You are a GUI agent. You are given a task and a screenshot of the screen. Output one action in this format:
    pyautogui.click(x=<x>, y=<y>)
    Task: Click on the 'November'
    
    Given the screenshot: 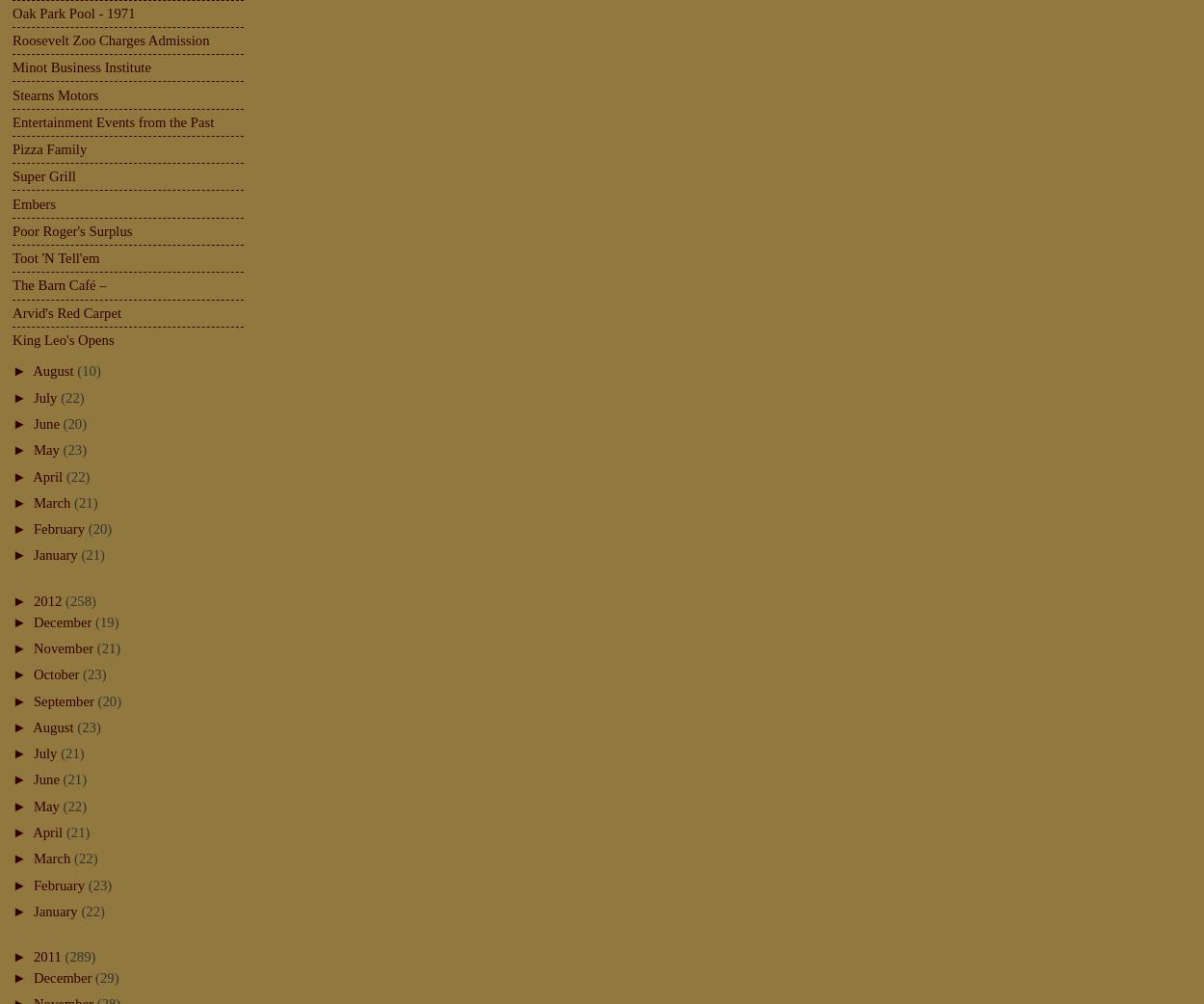 What is the action you would take?
    pyautogui.click(x=64, y=647)
    